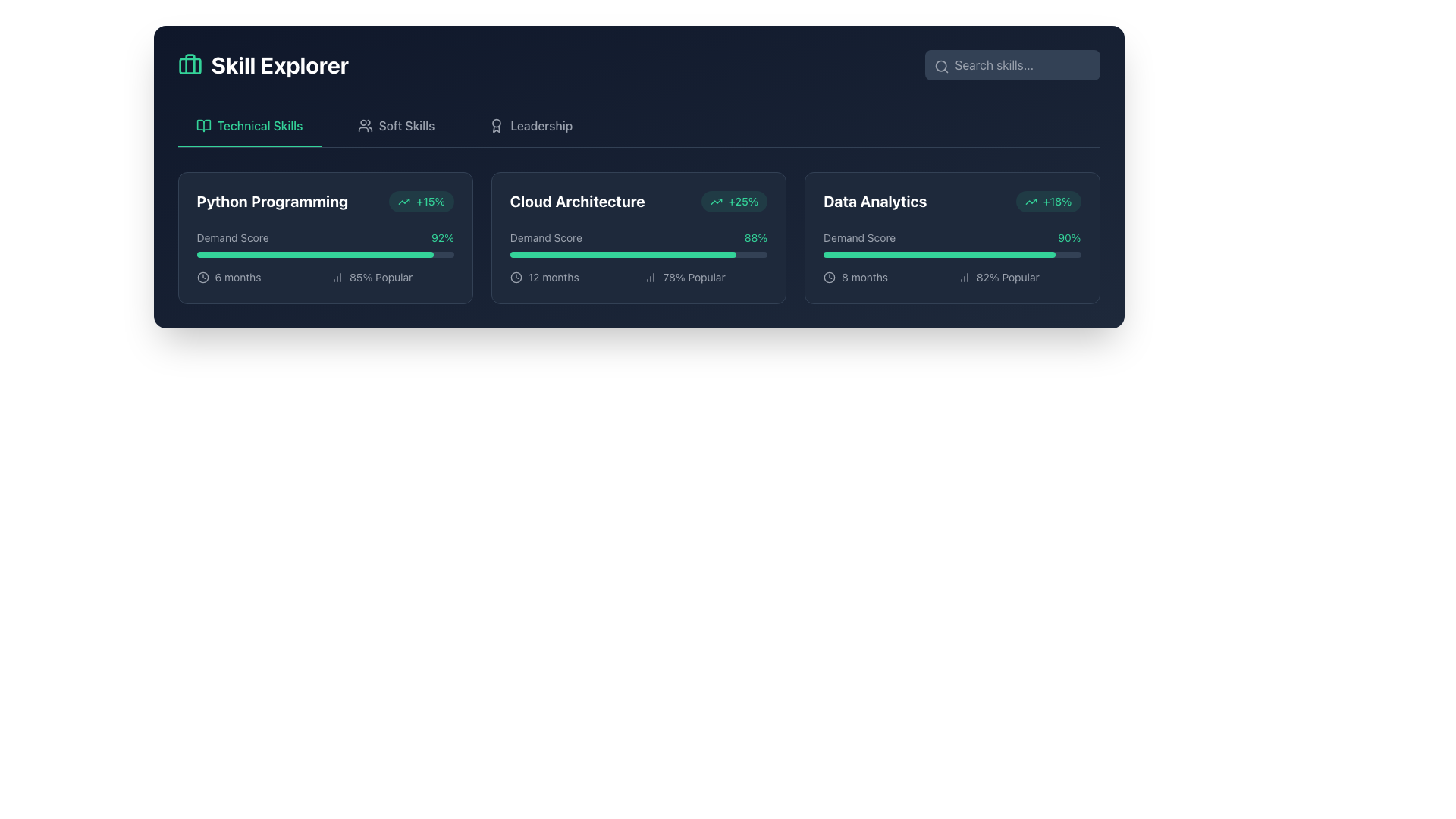 The width and height of the screenshot is (1456, 819). I want to click on the Text Label displaying '85% Popular' with a bar chart icon, located inside the 'Python Programming' panel, so click(393, 278).